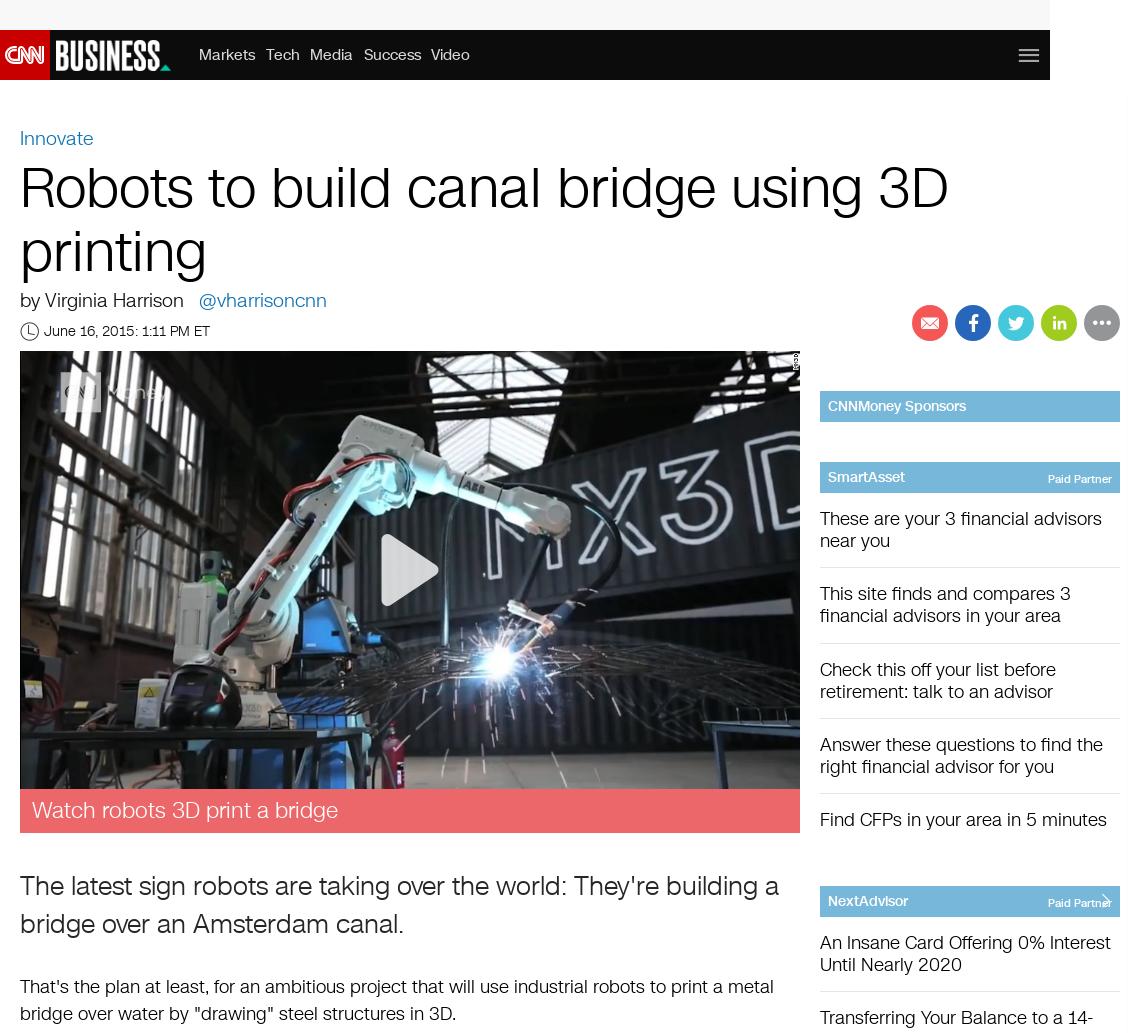  I want to click on 'These are your 3 financial advisors near you', so click(819, 529).